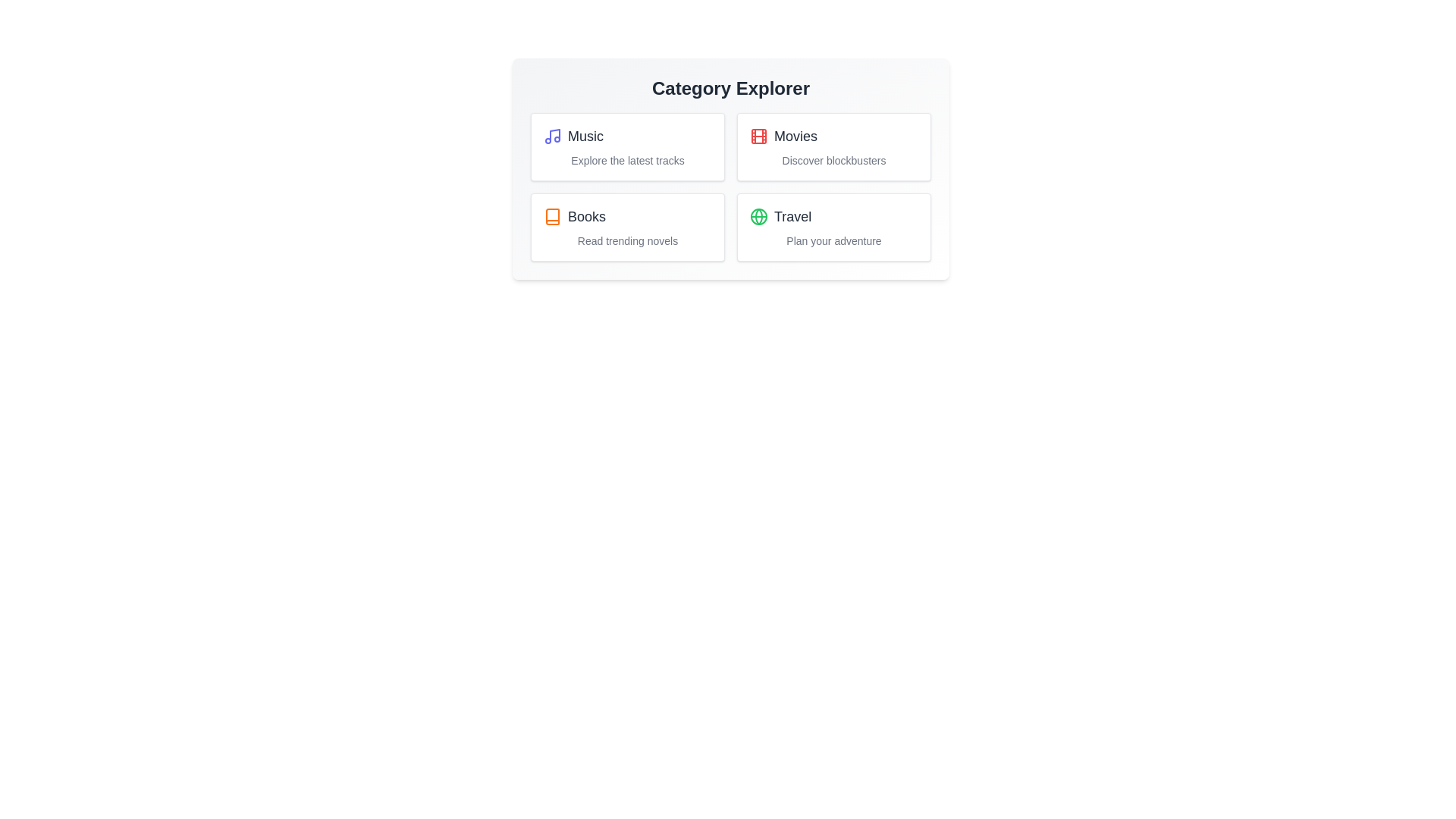  What do you see at coordinates (833, 146) in the screenshot?
I see `the 'Movies' category` at bounding box center [833, 146].